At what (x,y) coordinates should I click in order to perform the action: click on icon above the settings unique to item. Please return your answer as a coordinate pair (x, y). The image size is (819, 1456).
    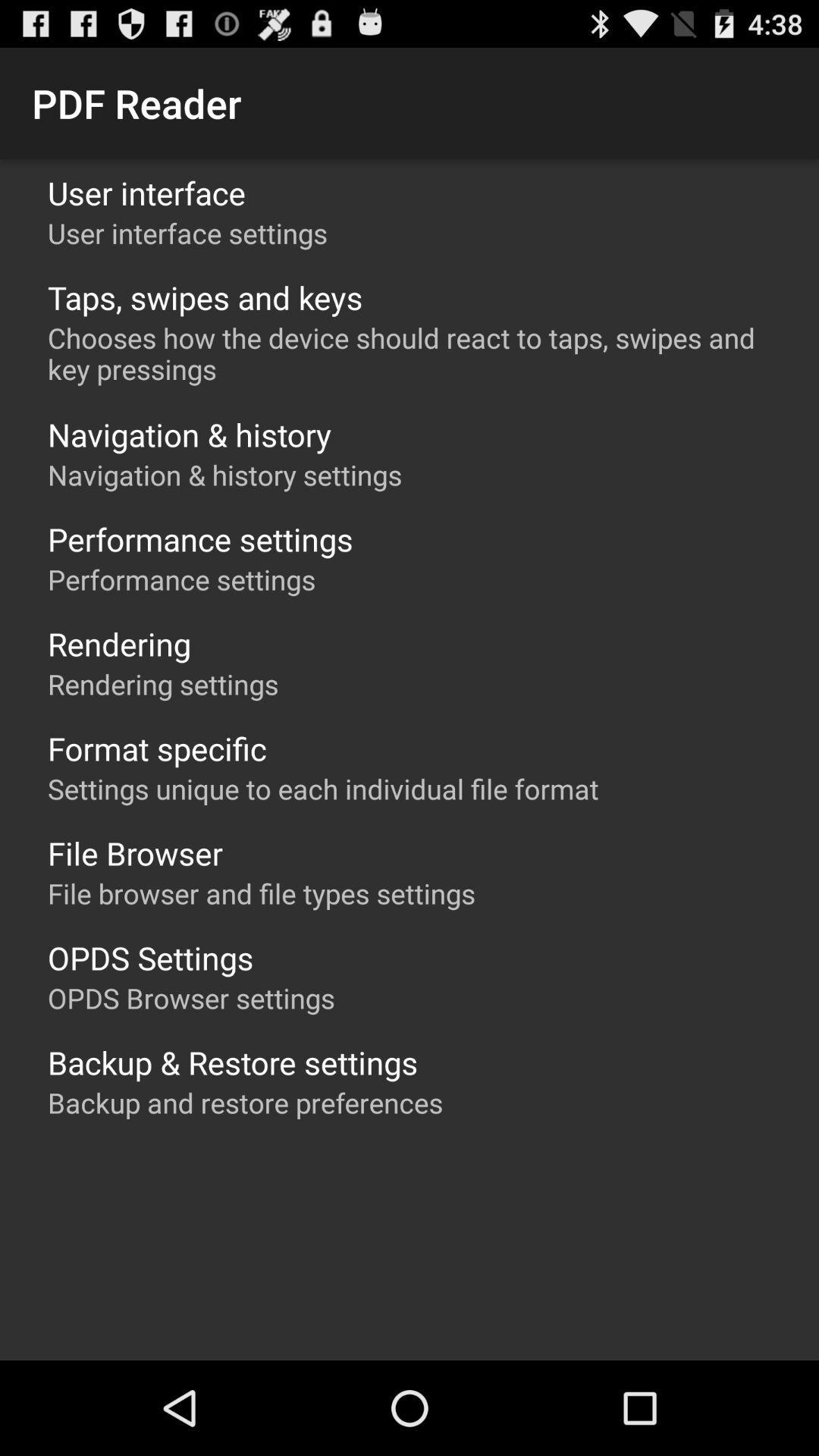
    Looking at the image, I should click on (157, 748).